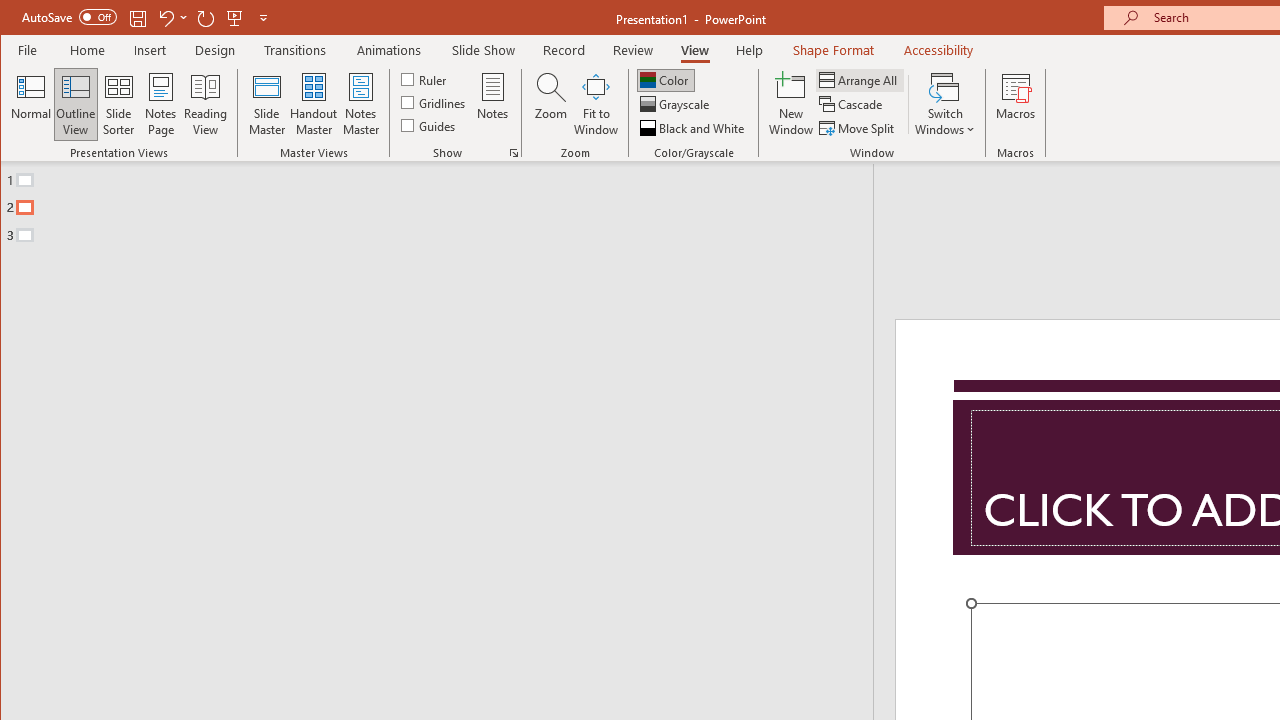 This screenshot has height=720, width=1280. Describe the element at coordinates (429, 125) in the screenshot. I see `'Guides'` at that location.